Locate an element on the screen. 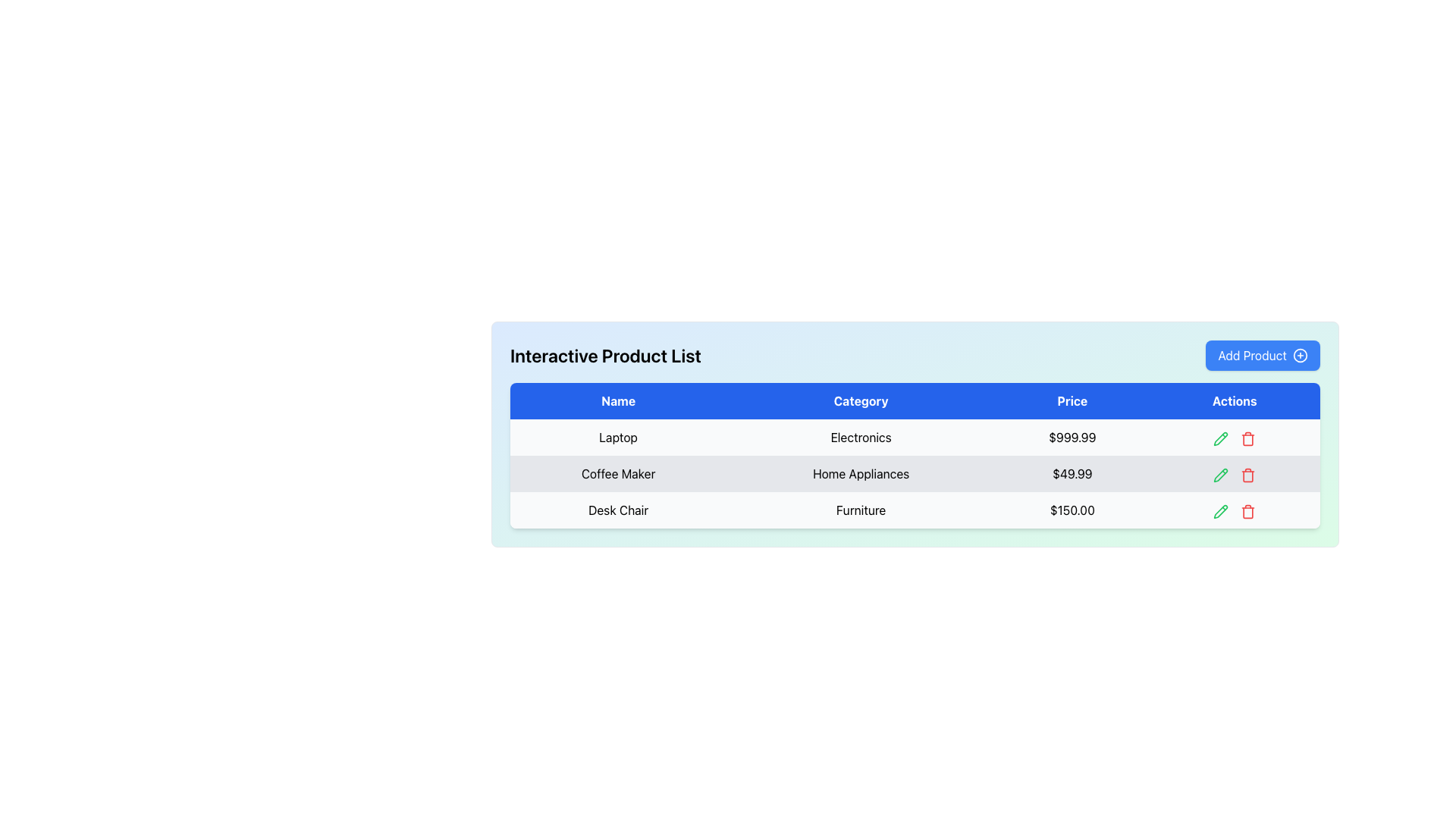 The width and height of the screenshot is (1456, 819). the green pencil-shaped edit icon located in the last row of the Actions column is located at coordinates (1221, 511).